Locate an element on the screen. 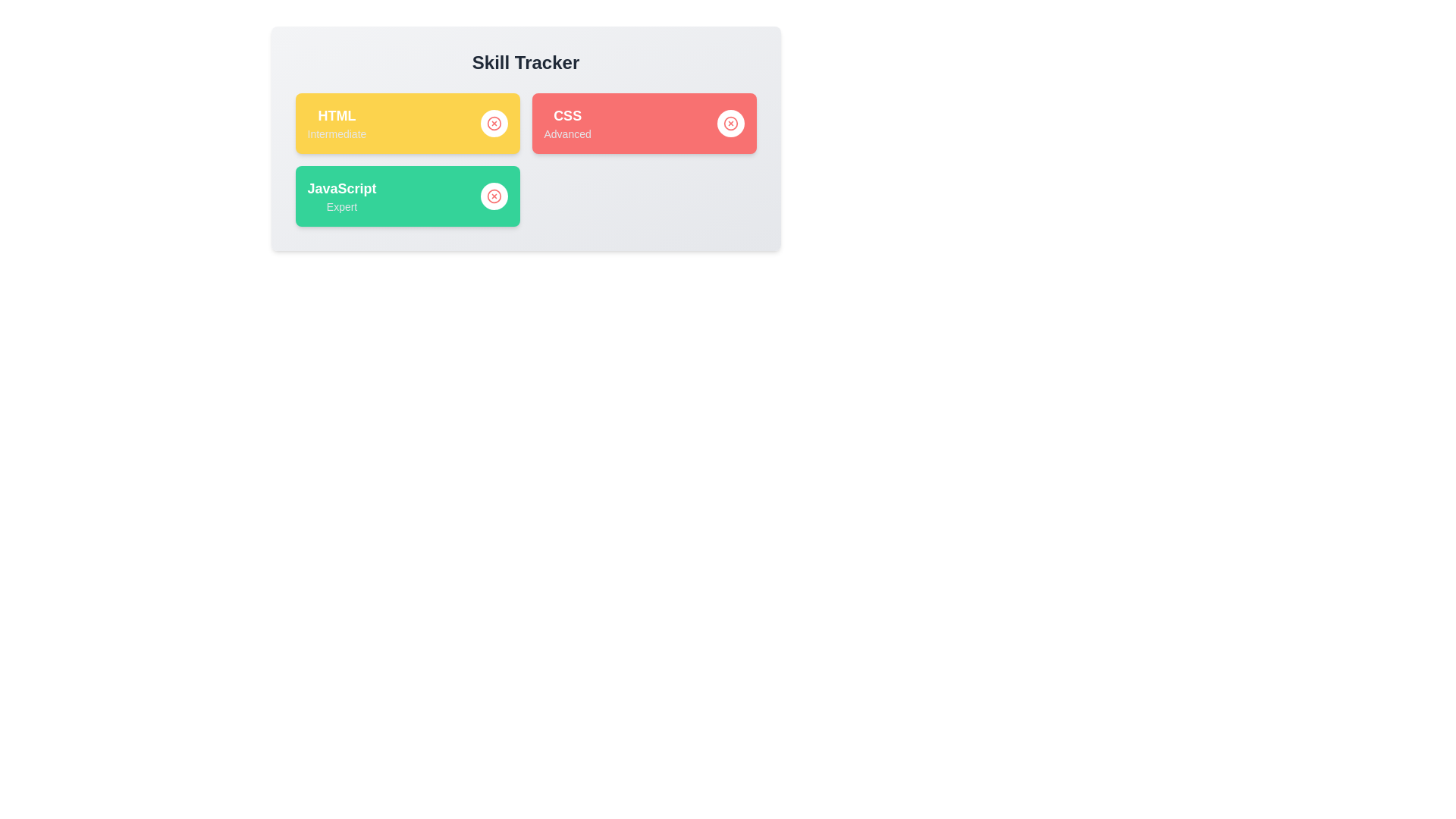 This screenshot has width=1456, height=819. remove button next to the skill named CSS is located at coordinates (730, 122).